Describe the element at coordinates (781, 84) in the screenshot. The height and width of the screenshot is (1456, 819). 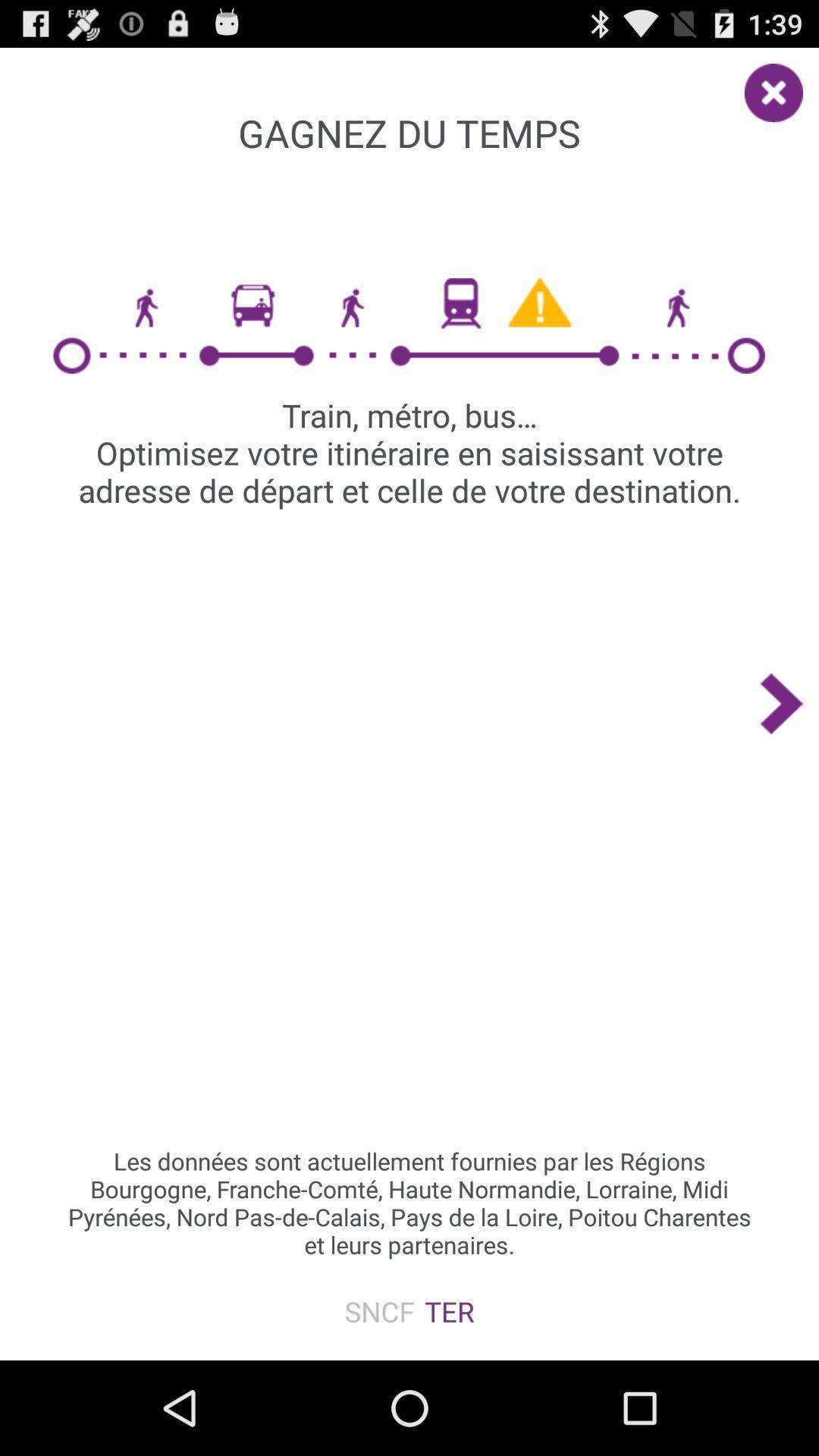
I see `item next to the gagnez du temps` at that location.